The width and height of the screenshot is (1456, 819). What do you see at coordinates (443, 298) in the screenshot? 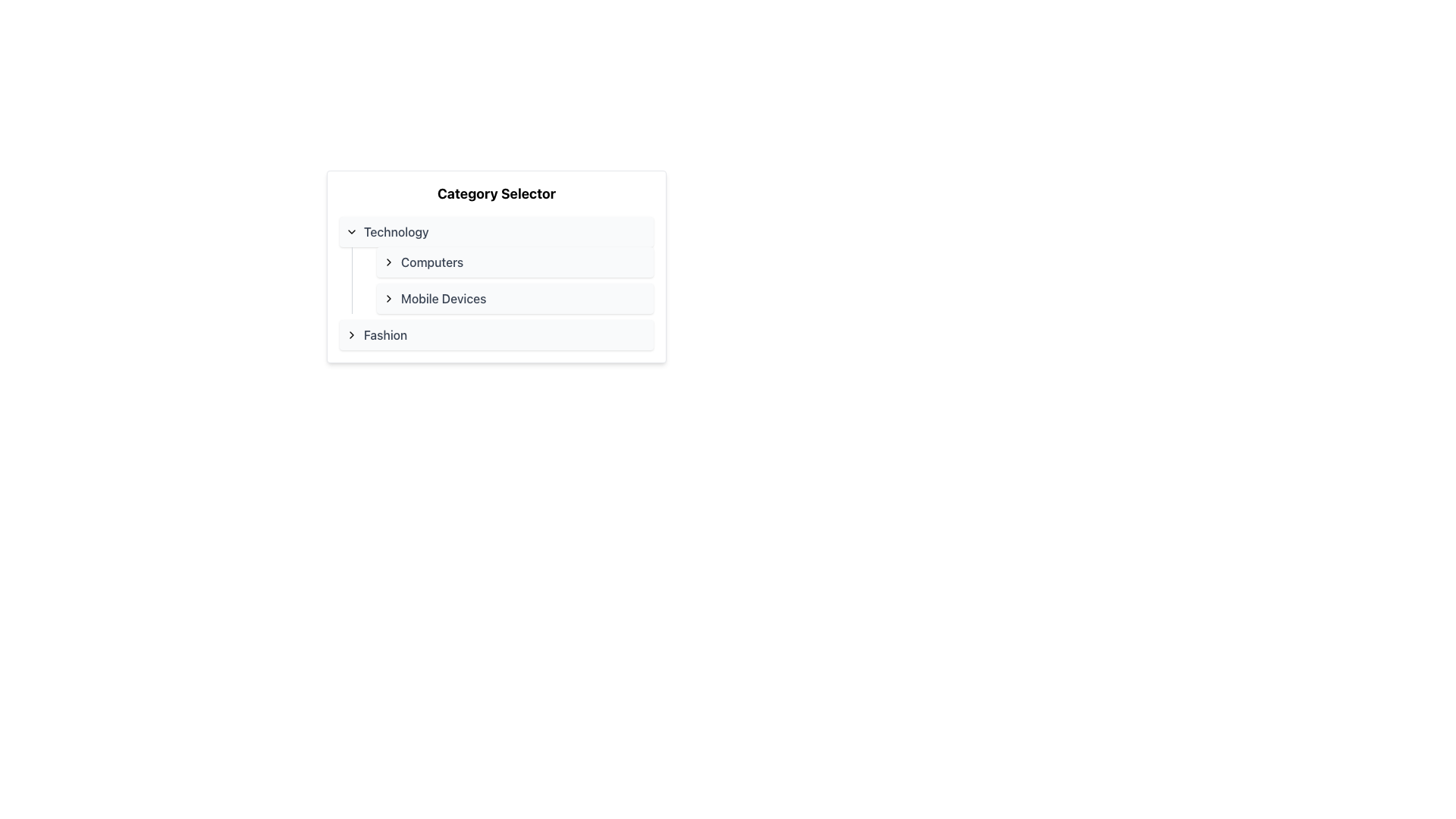
I see `the 'Mobile Devices' text label, which is displayed in a medium-sized gray font` at bounding box center [443, 298].